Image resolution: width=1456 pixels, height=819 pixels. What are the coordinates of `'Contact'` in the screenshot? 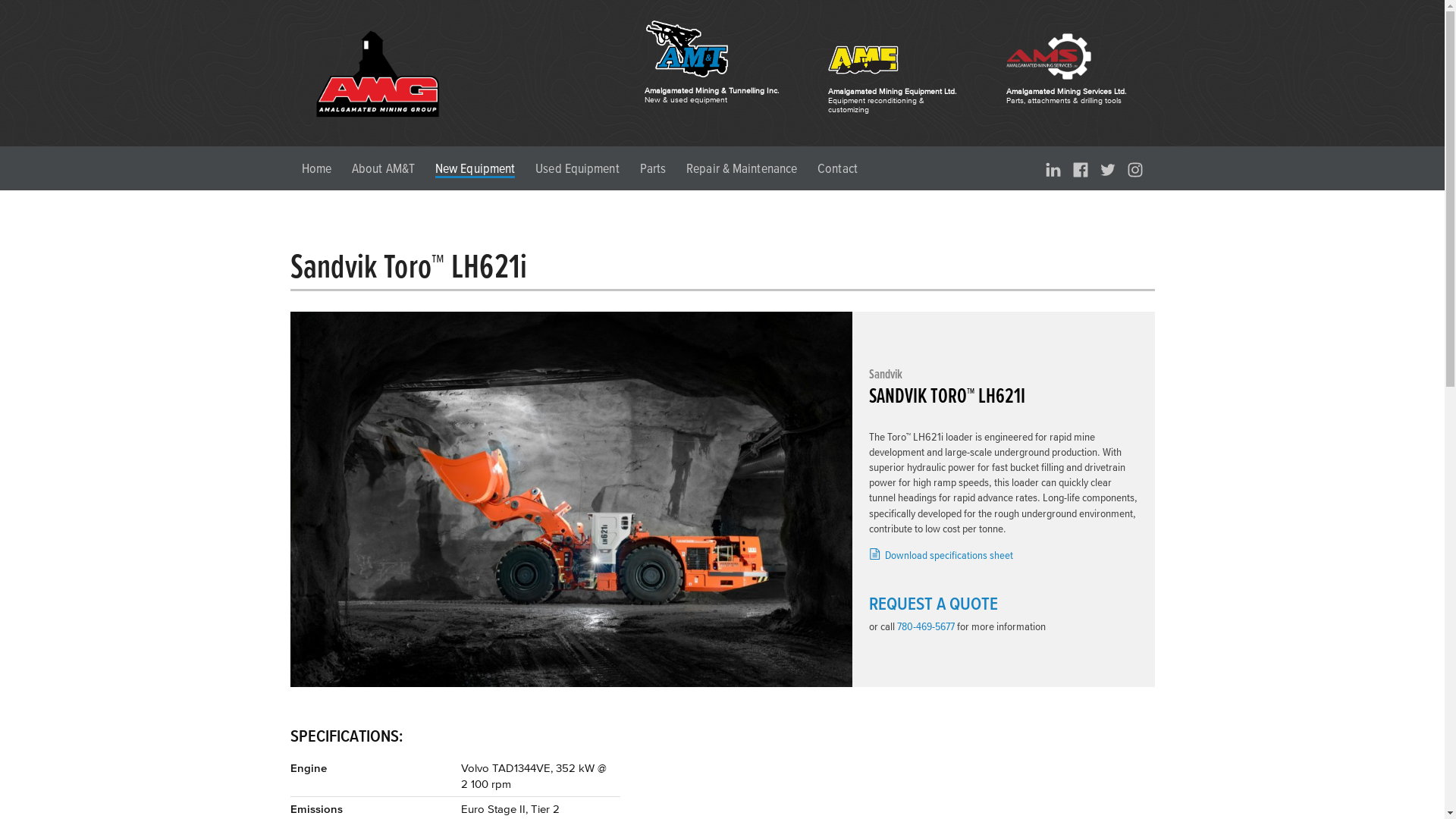 It's located at (836, 168).